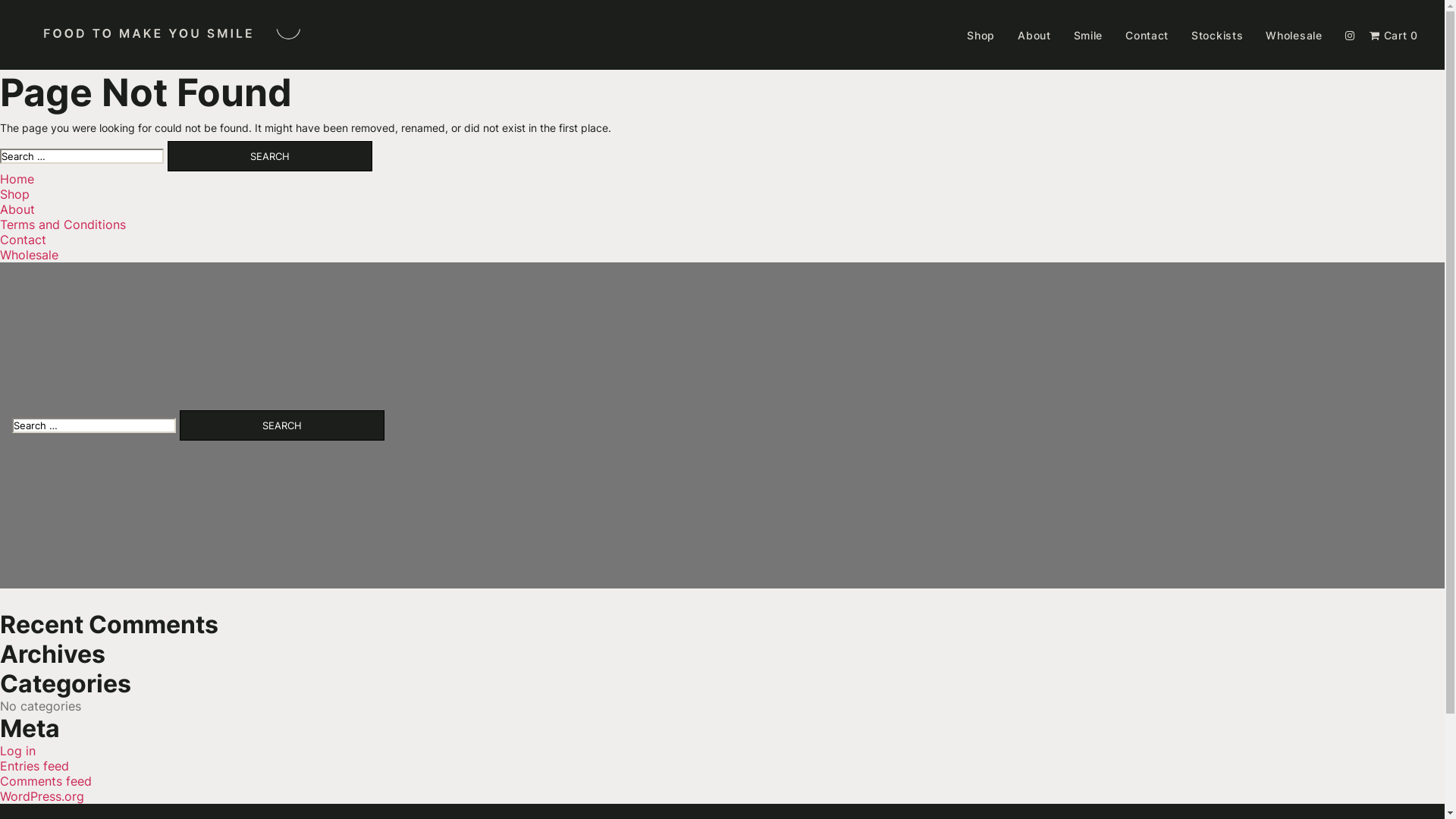 The height and width of the screenshot is (819, 1456). What do you see at coordinates (1073, 34) in the screenshot?
I see `'Smile'` at bounding box center [1073, 34].